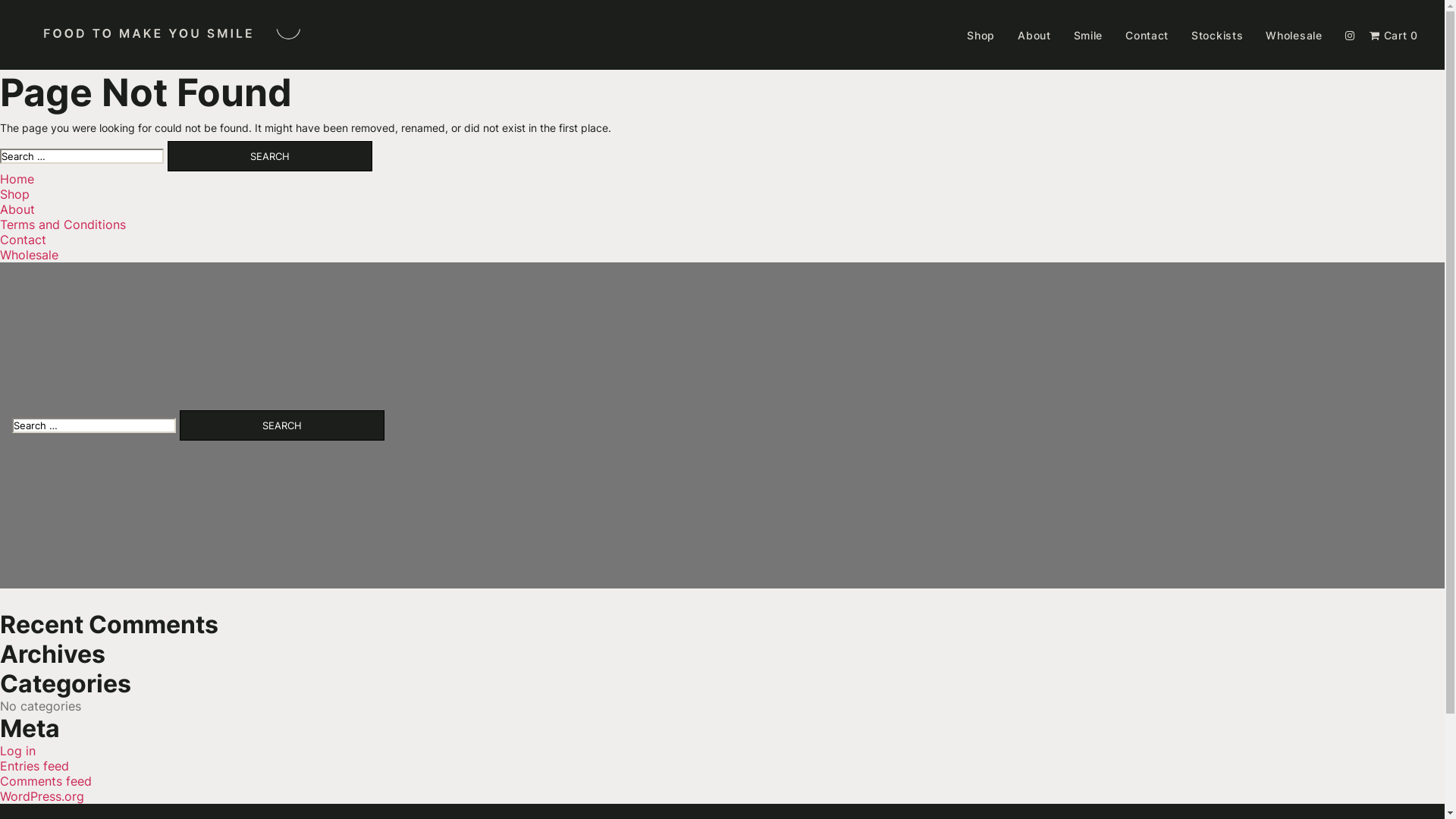 The height and width of the screenshot is (819, 1456). What do you see at coordinates (1073, 34) in the screenshot?
I see `'Smile'` at bounding box center [1073, 34].